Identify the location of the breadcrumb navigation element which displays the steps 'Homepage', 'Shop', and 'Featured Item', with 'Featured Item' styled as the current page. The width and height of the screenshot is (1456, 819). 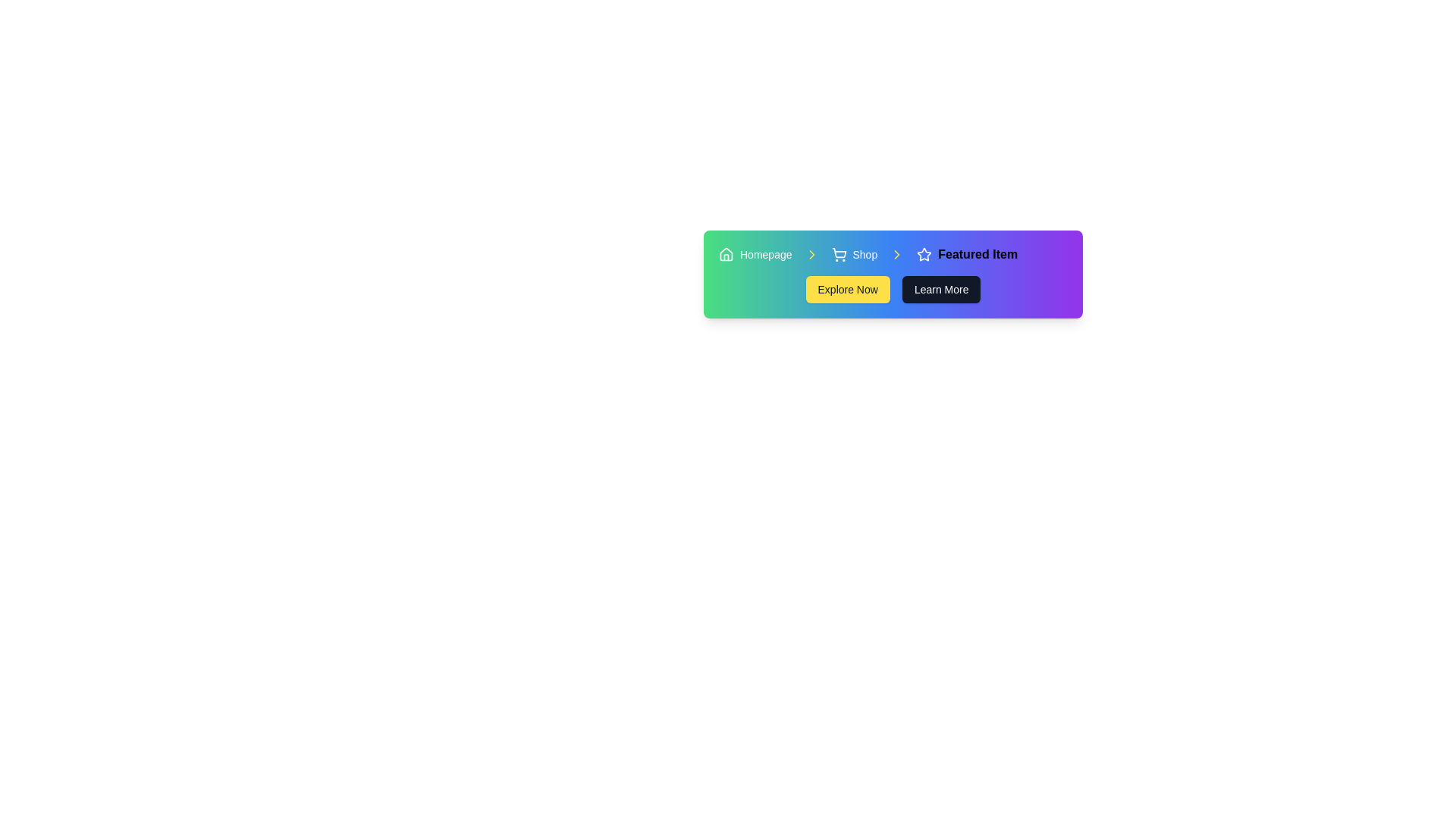
(893, 253).